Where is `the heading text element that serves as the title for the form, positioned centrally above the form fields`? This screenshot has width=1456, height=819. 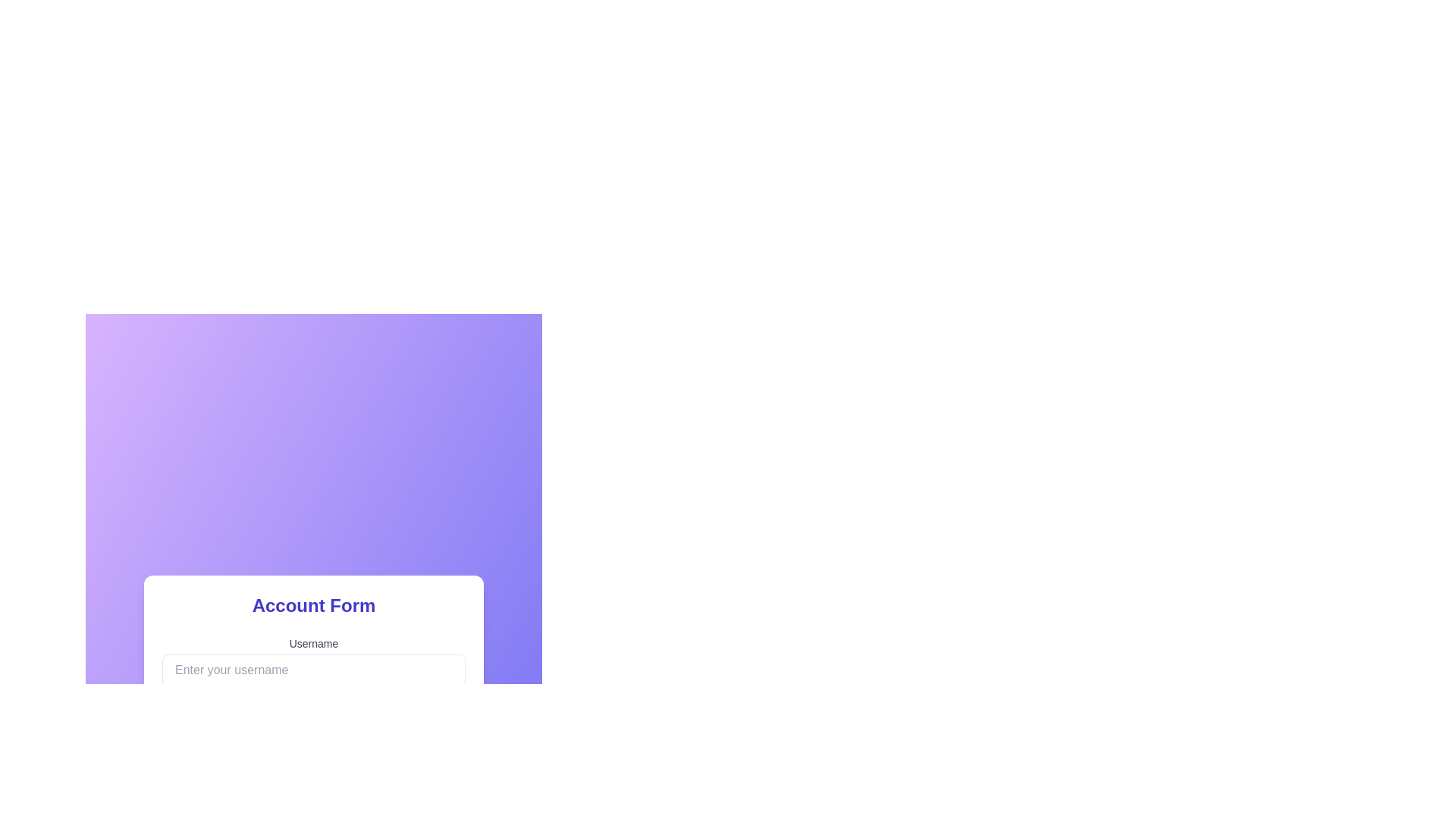 the heading text element that serves as the title for the form, positioned centrally above the form fields is located at coordinates (312, 604).